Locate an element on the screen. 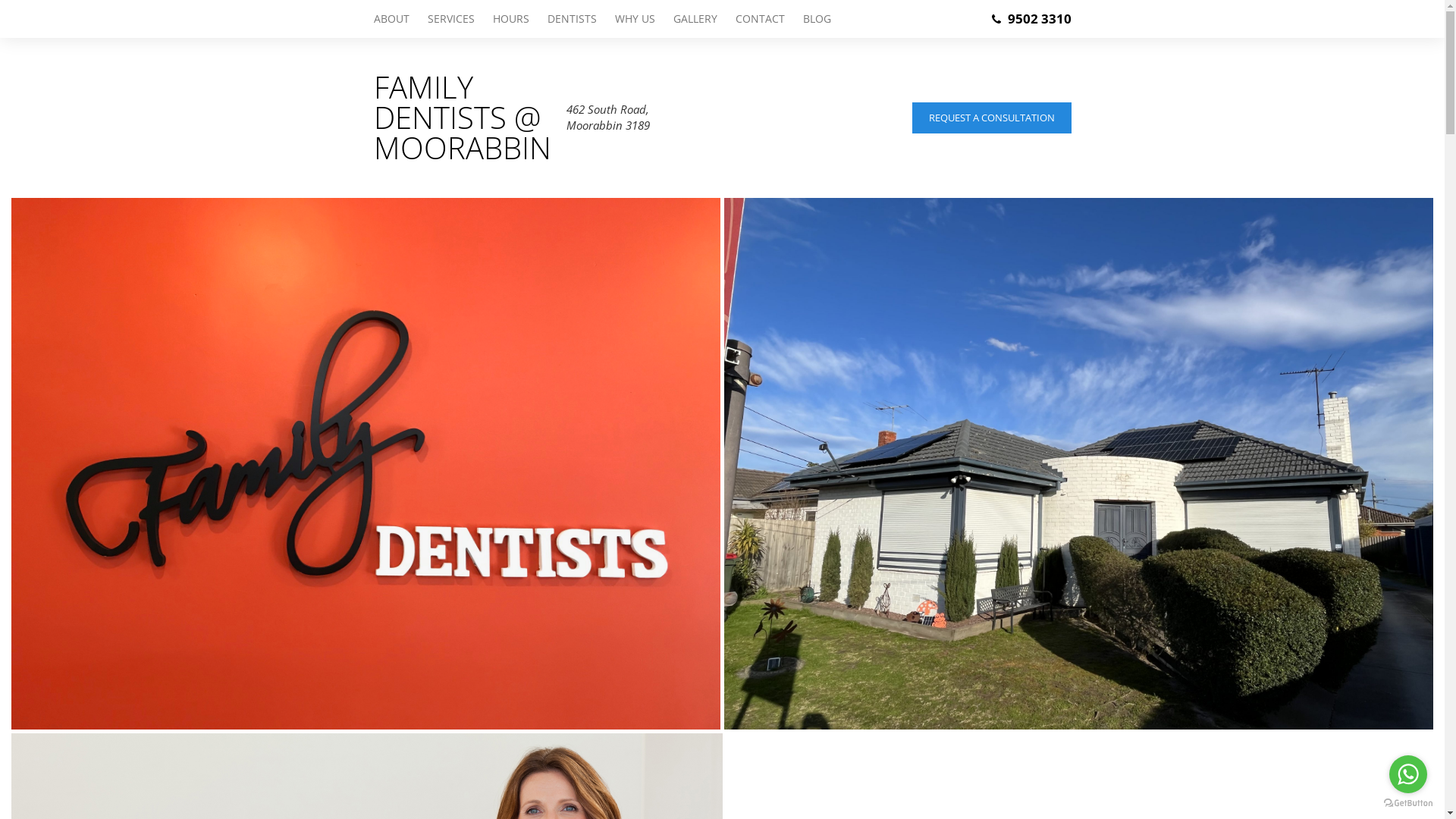 The height and width of the screenshot is (819, 1456). 'HOURS' is located at coordinates (510, 18).